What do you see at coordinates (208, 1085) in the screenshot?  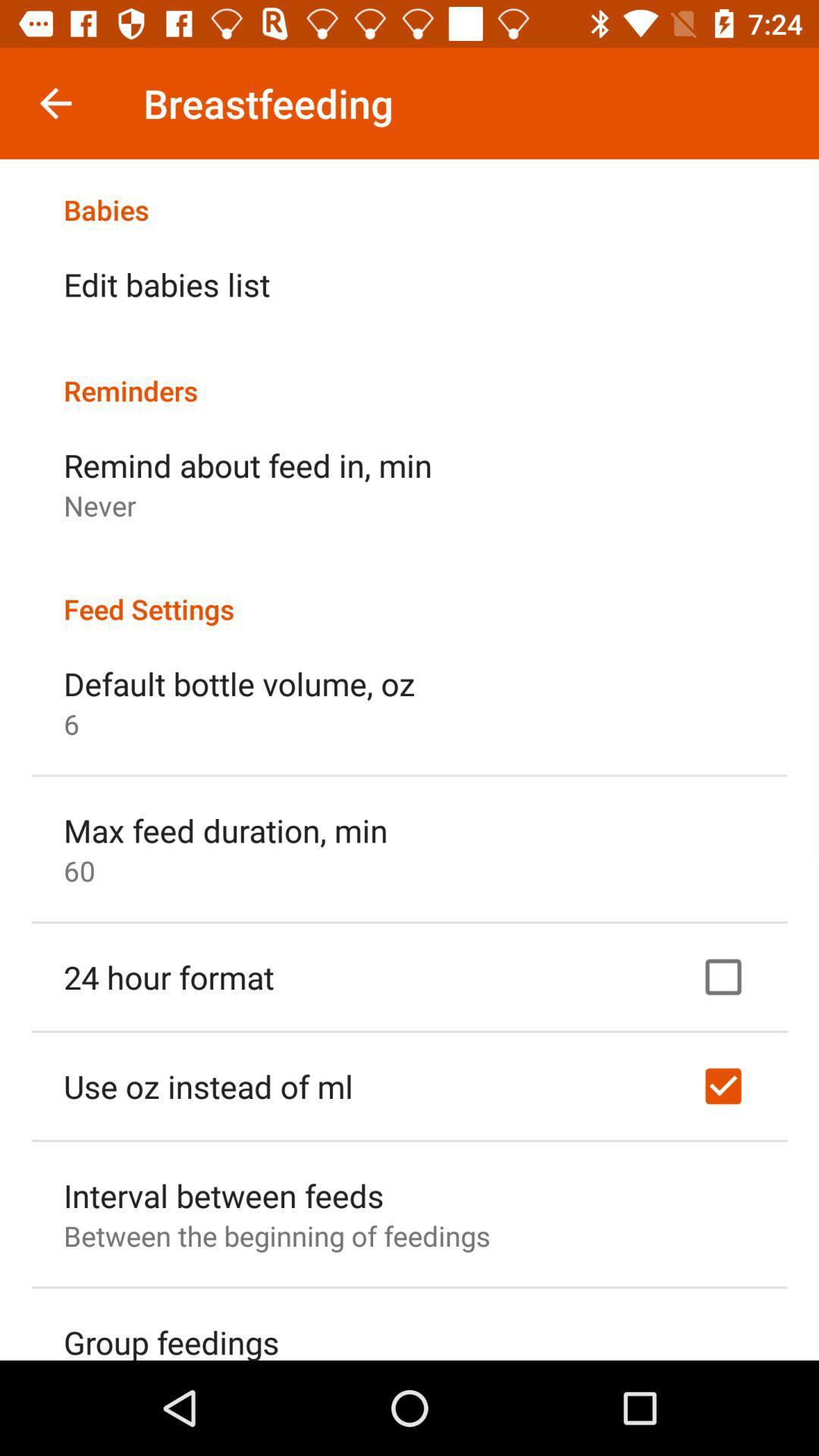 I see `item above the interval between feeds item` at bounding box center [208, 1085].